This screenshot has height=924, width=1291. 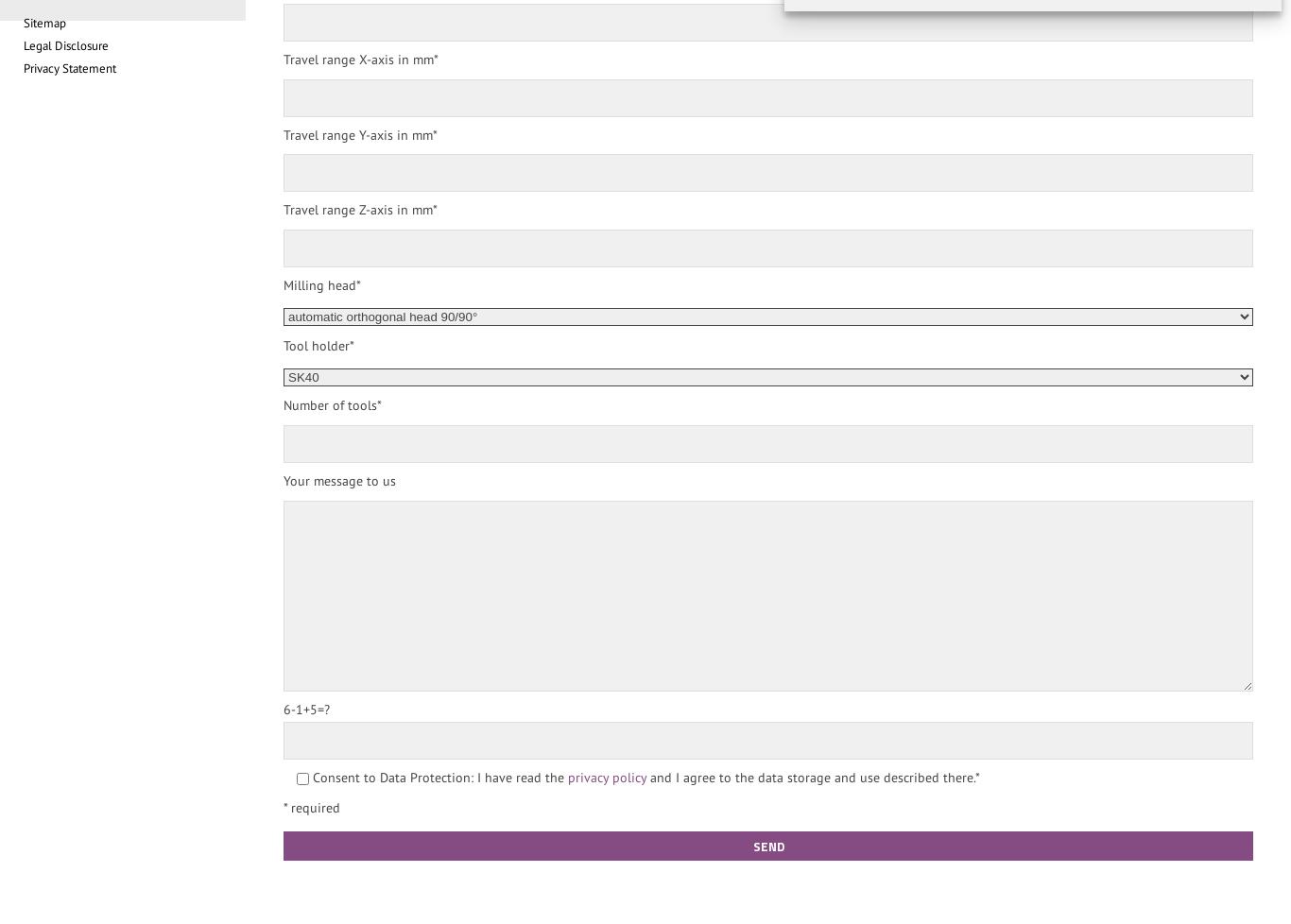 What do you see at coordinates (359, 210) in the screenshot?
I see `'Travel range Z-axis in mm*'` at bounding box center [359, 210].